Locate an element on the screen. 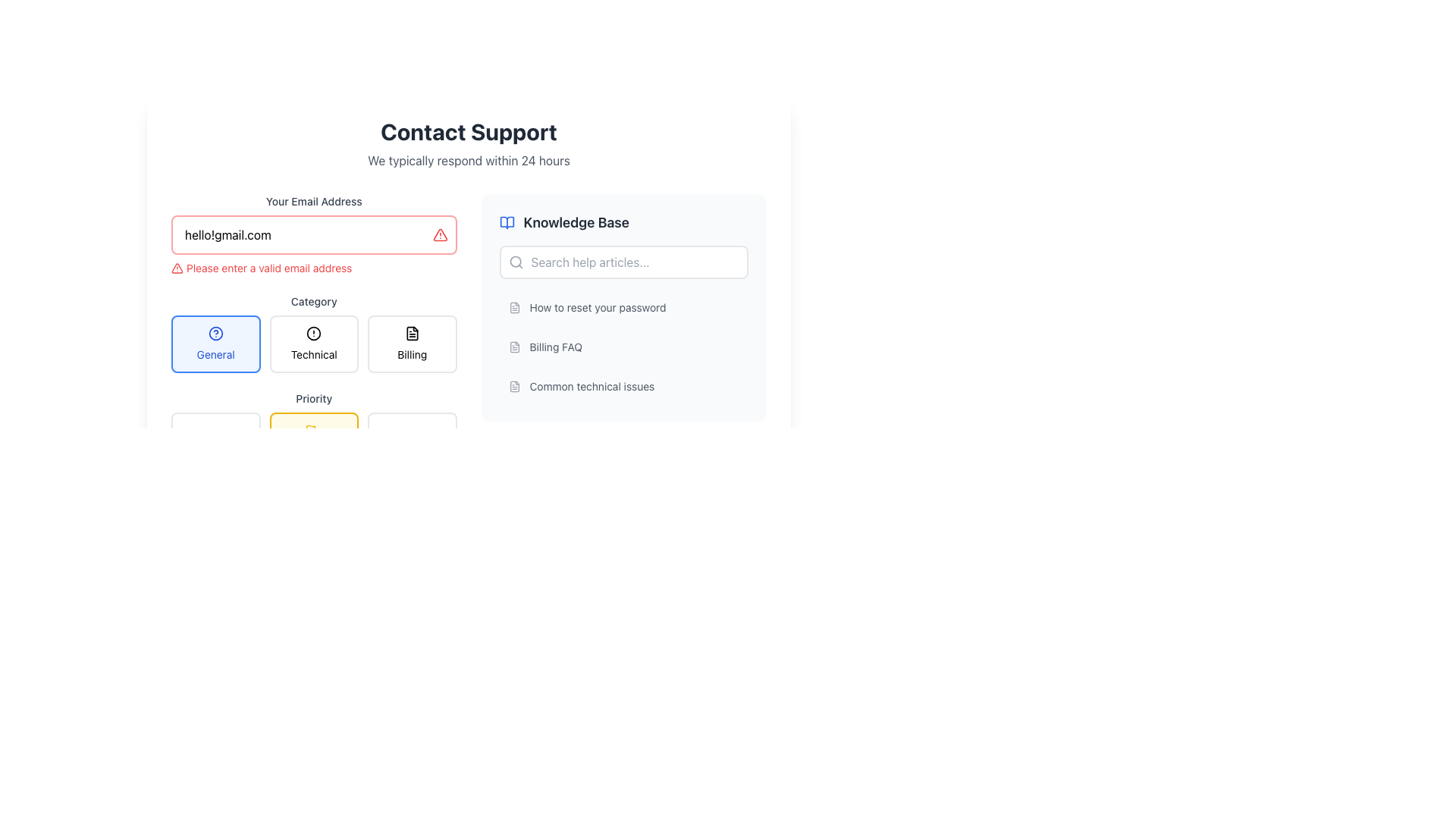  line of text styled in subdued gray color stating 'We typically respond within 24 hours.', which is positioned beneath the heading 'Contact Support.' is located at coordinates (468, 161).